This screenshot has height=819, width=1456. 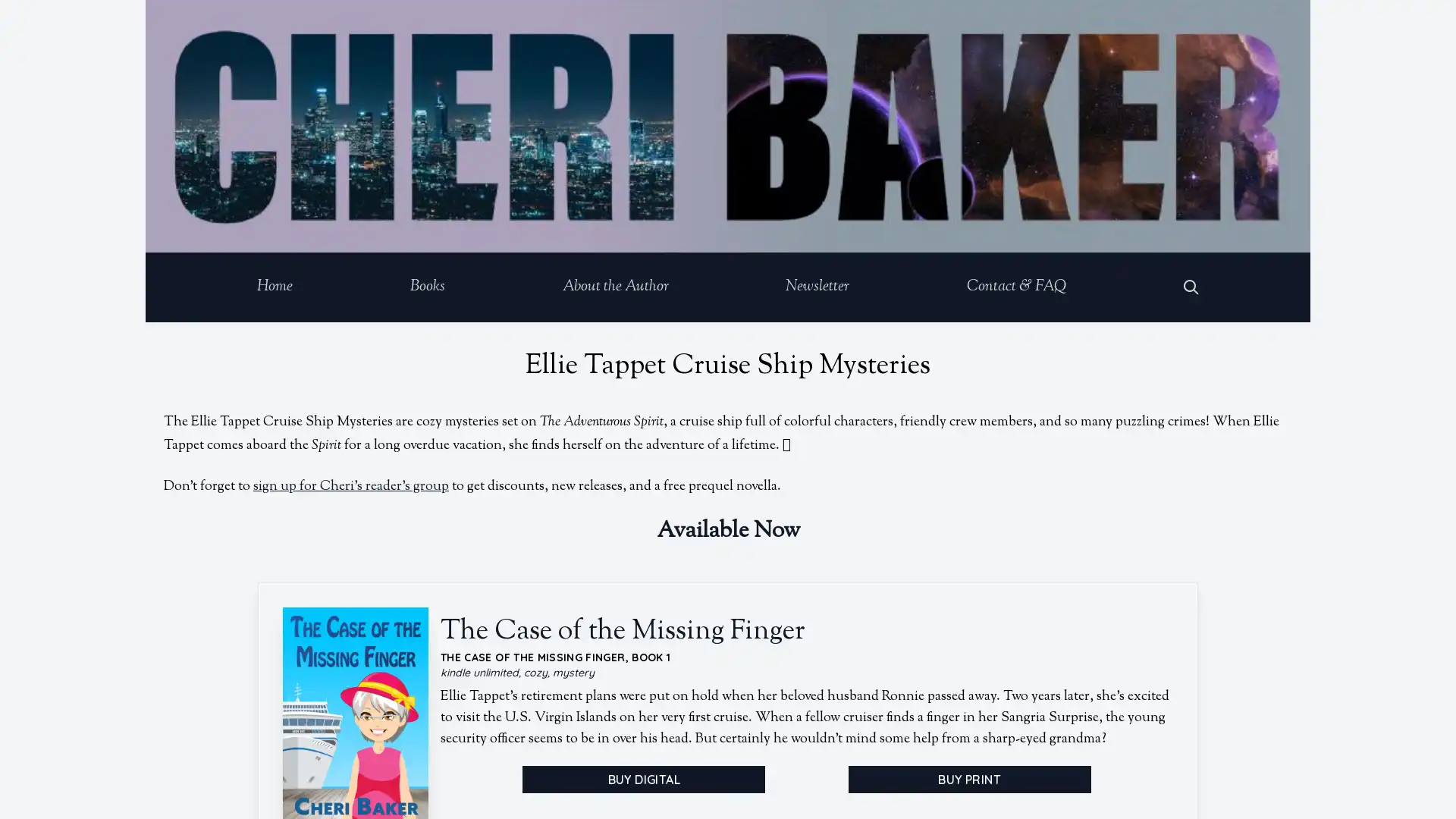 What do you see at coordinates (1190, 287) in the screenshot?
I see `Open Search Dialog` at bounding box center [1190, 287].